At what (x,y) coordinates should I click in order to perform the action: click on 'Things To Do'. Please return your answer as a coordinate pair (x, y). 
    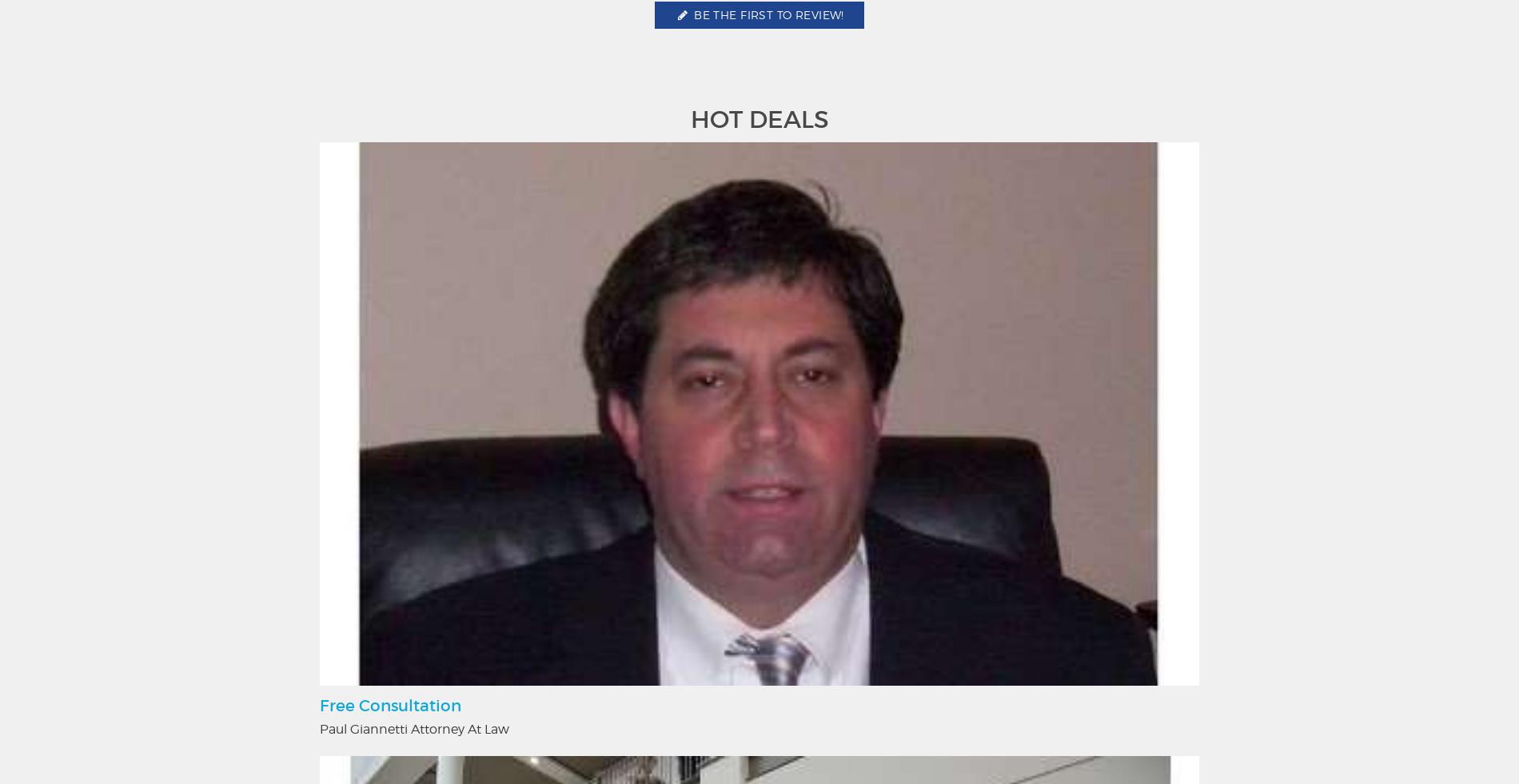
    Looking at the image, I should click on (360, 638).